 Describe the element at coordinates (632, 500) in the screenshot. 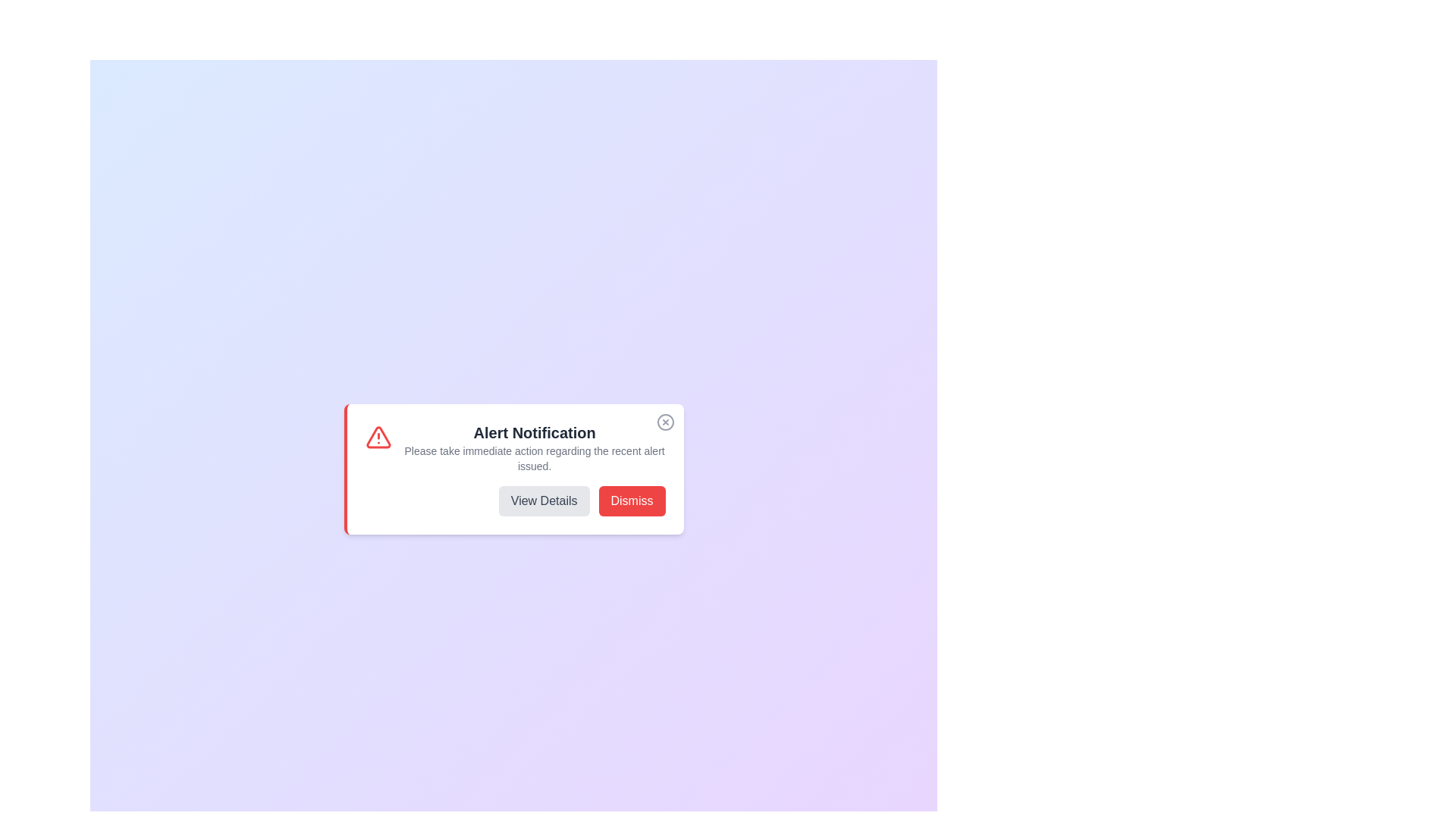

I see `the 'Dismiss' button to close the alert box` at that location.